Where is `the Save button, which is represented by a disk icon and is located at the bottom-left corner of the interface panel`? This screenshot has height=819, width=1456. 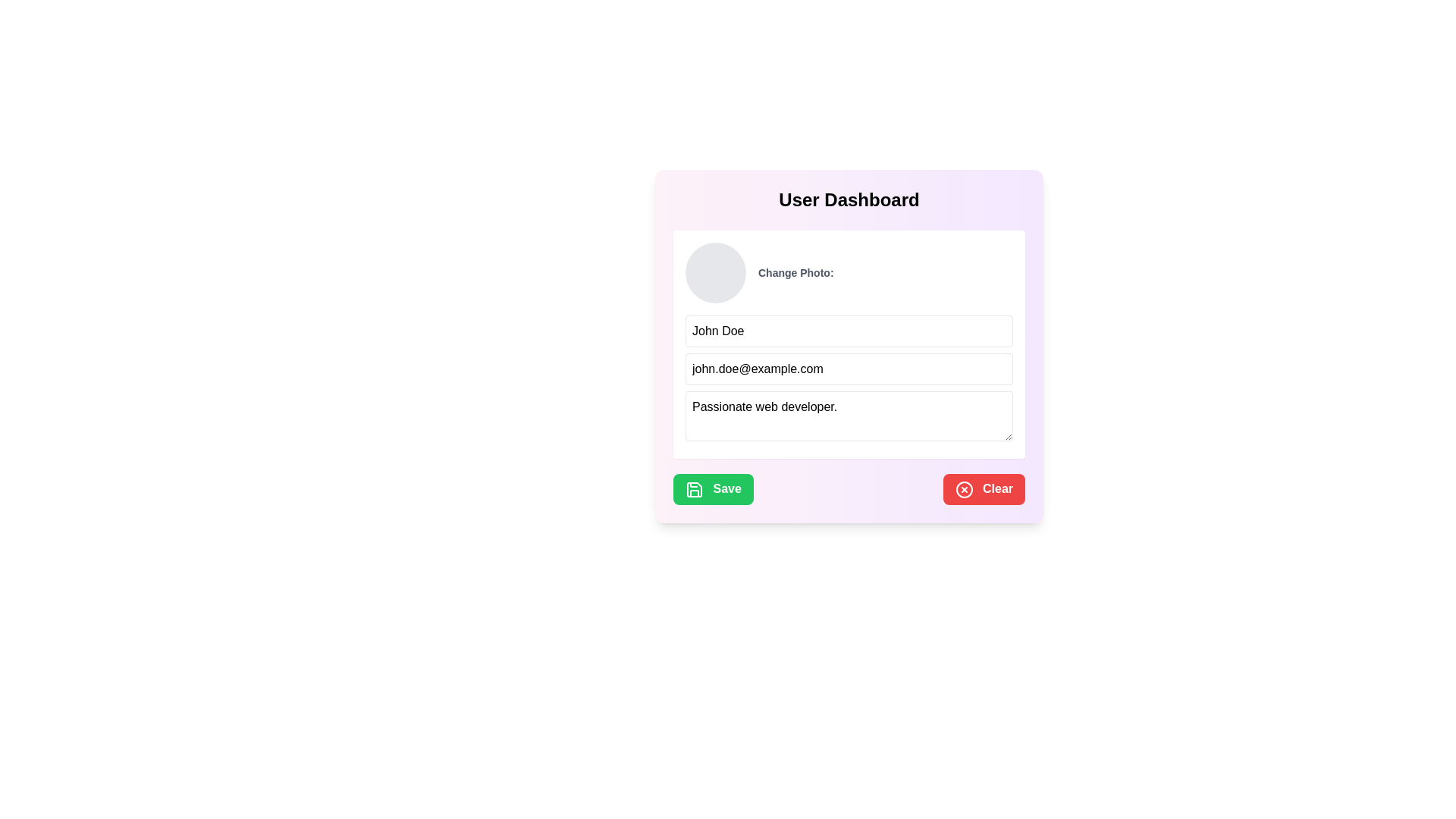
the Save button, which is represented by a disk icon and is located at the bottom-left corner of the interface panel is located at coordinates (694, 488).